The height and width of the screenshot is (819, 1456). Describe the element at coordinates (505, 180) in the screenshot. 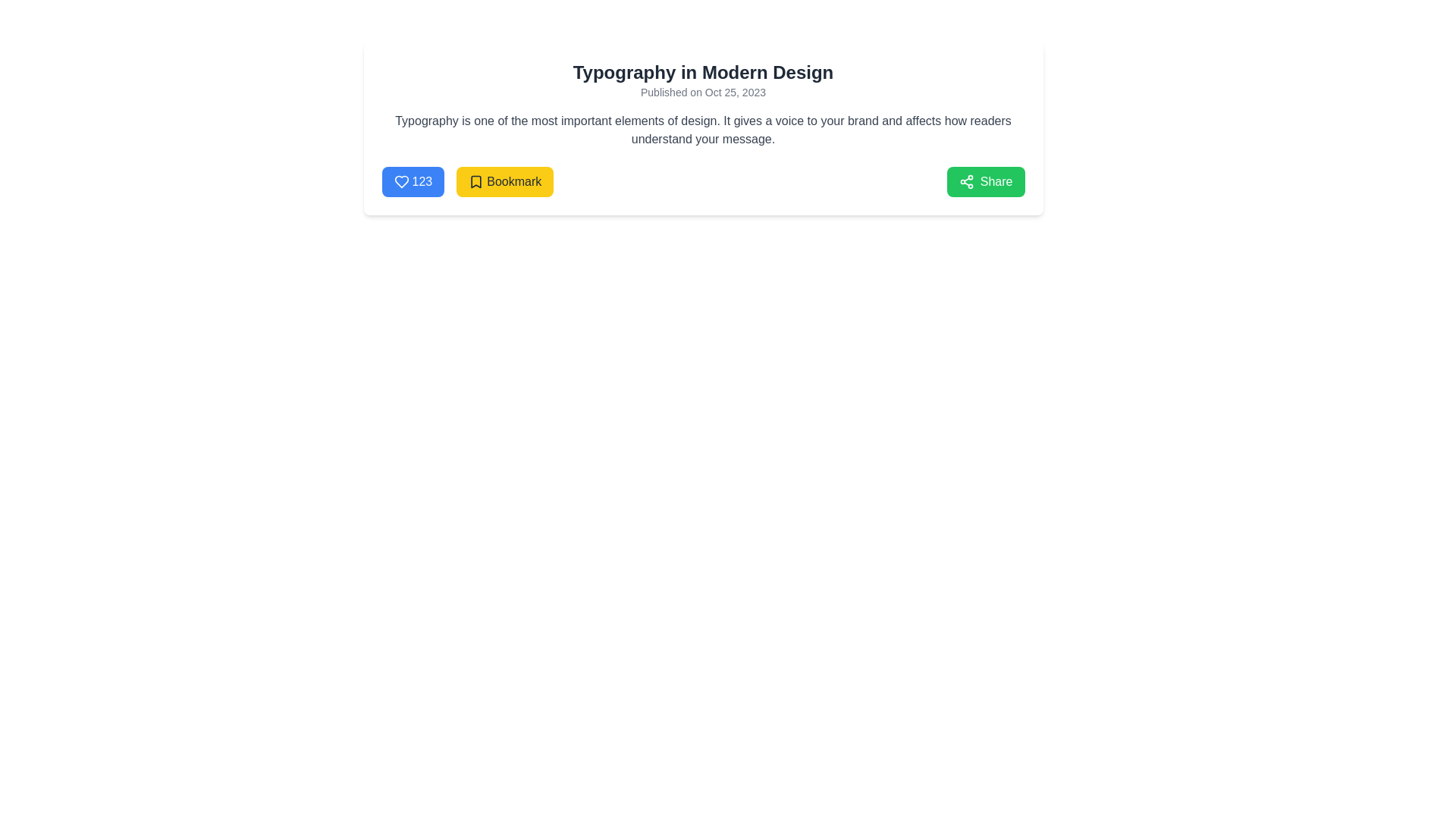

I see `the second interactive button to bookmark the content associated with the article titled 'Typography in Modern Design'` at that location.